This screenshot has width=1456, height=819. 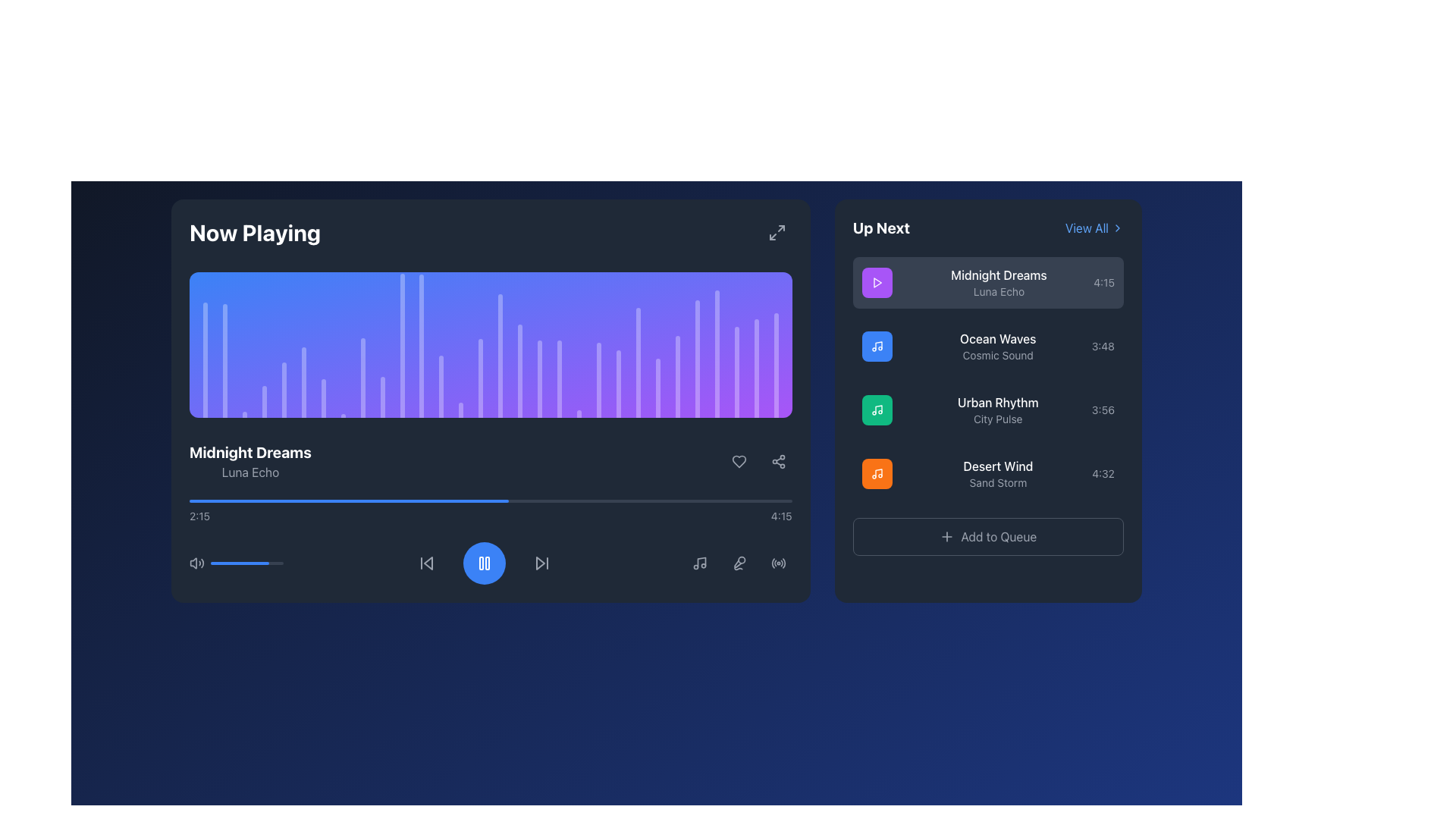 What do you see at coordinates (778, 461) in the screenshot?
I see `the 'share' icon button located in the bottom-right corner of the digital player, positioned between the heart icon and the time duration text '4:15'` at bounding box center [778, 461].